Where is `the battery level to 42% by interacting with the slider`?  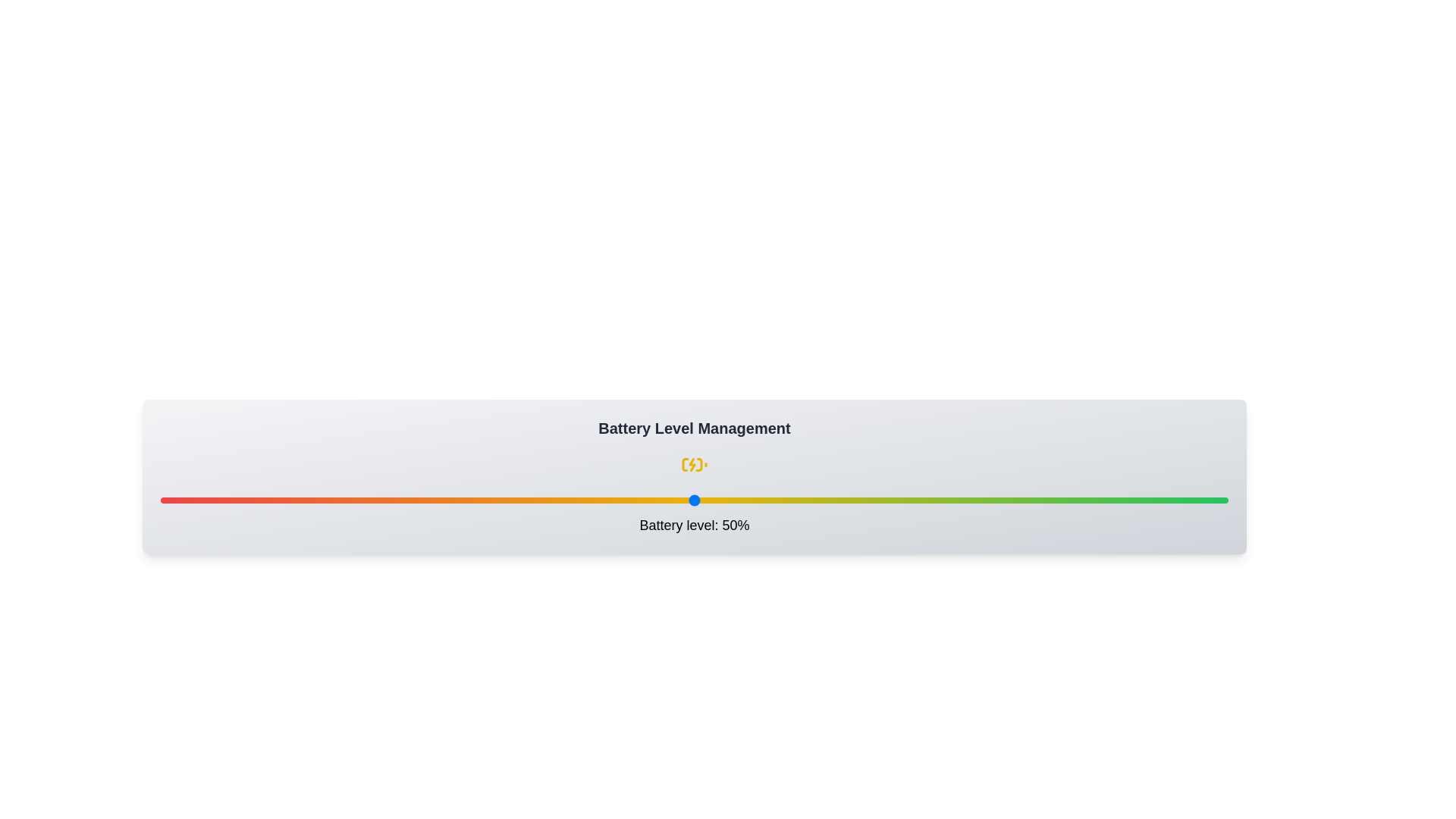
the battery level to 42% by interacting with the slider is located at coordinates (609, 500).